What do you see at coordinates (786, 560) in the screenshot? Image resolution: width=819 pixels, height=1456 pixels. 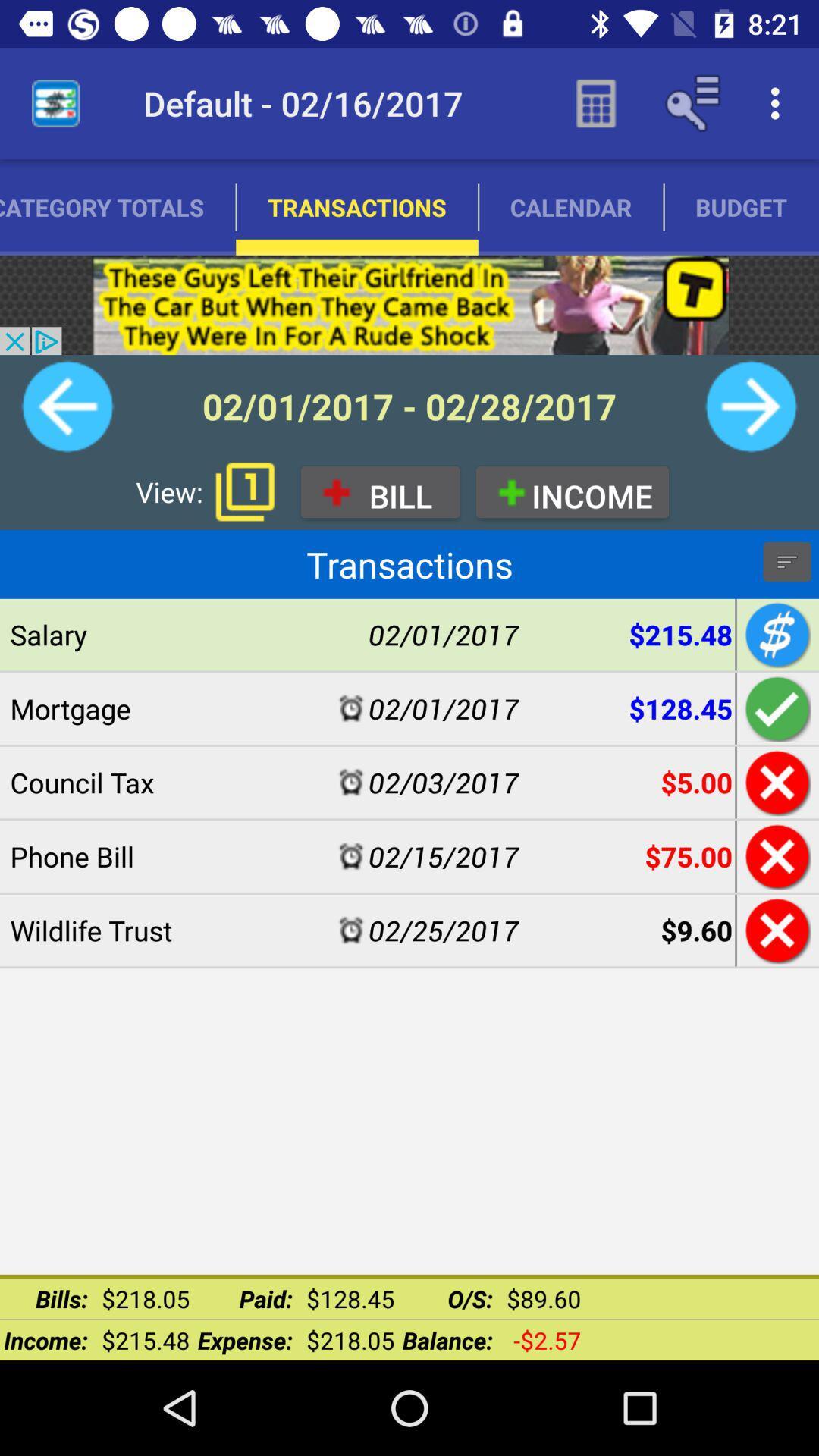 I see `the filter_list icon` at bounding box center [786, 560].